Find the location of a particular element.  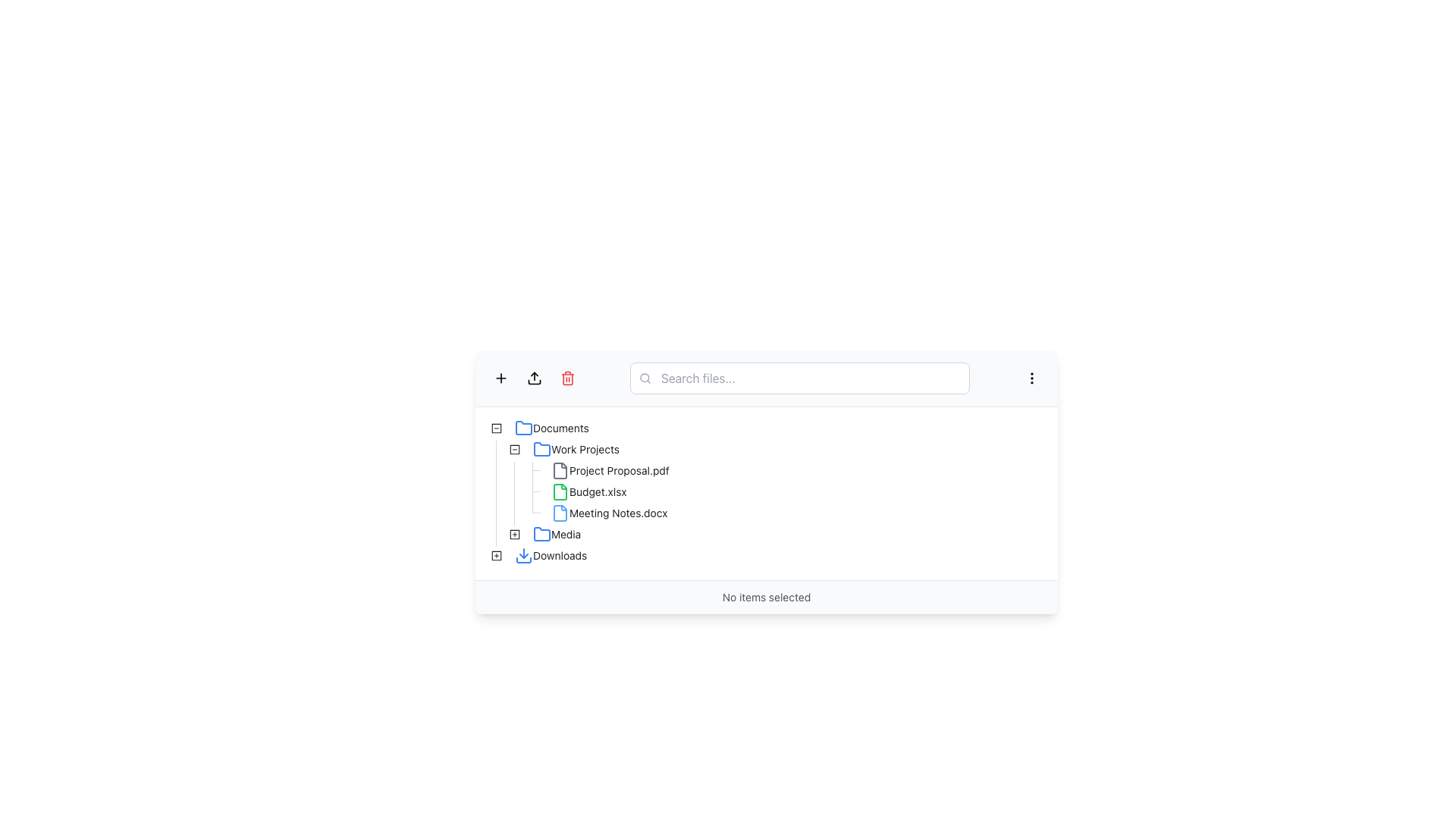

the Tree Switcher element located beside 'Budget.xlsx' in the file tree interface, indicating it cannot be expanded further is located at coordinates (532, 491).